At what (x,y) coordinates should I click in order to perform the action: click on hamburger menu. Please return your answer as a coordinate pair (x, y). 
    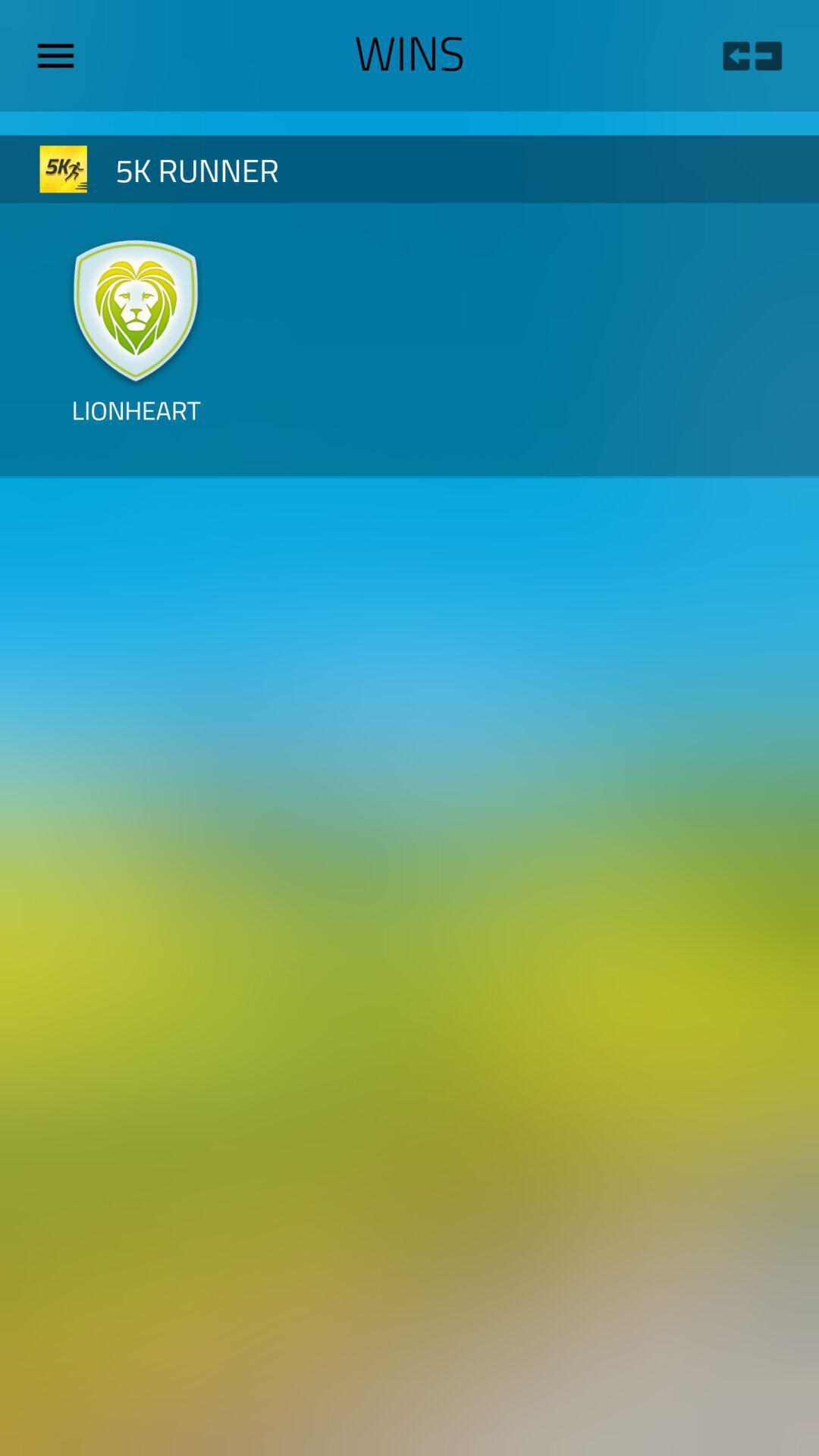
    Looking at the image, I should click on (61, 55).